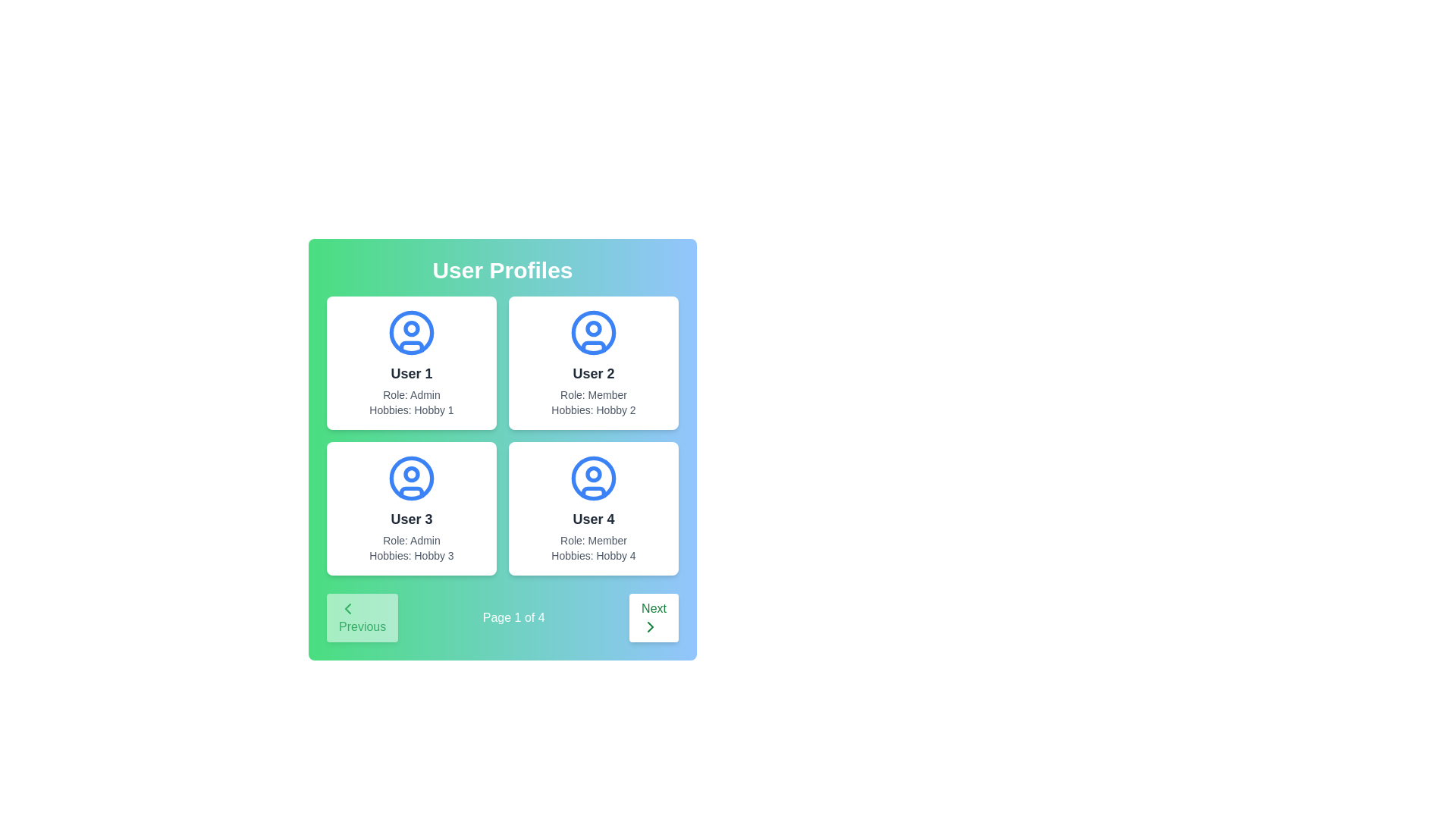 The width and height of the screenshot is (1456, 819). What do you see at coordinates (592, 394) in the screenshot?
I see `text label displaying 'Role: Member' located within the User 2 profile card, positioned below the 'User 2' heading and above the 'Hobbies: Hobby 2' text` at bounding box center [592, 394].